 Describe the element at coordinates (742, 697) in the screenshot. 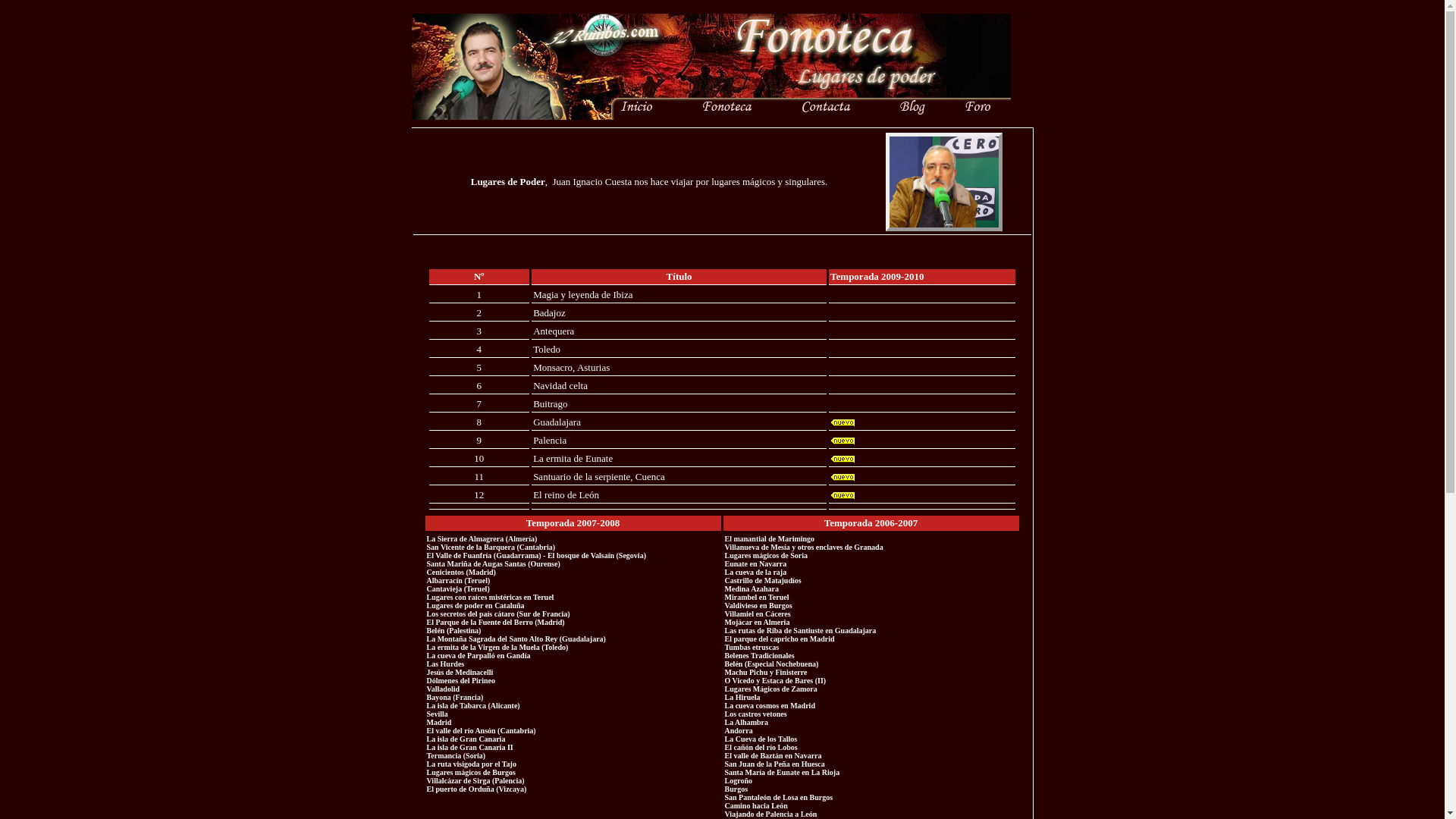

I see `'La Hiruela'` at that location.